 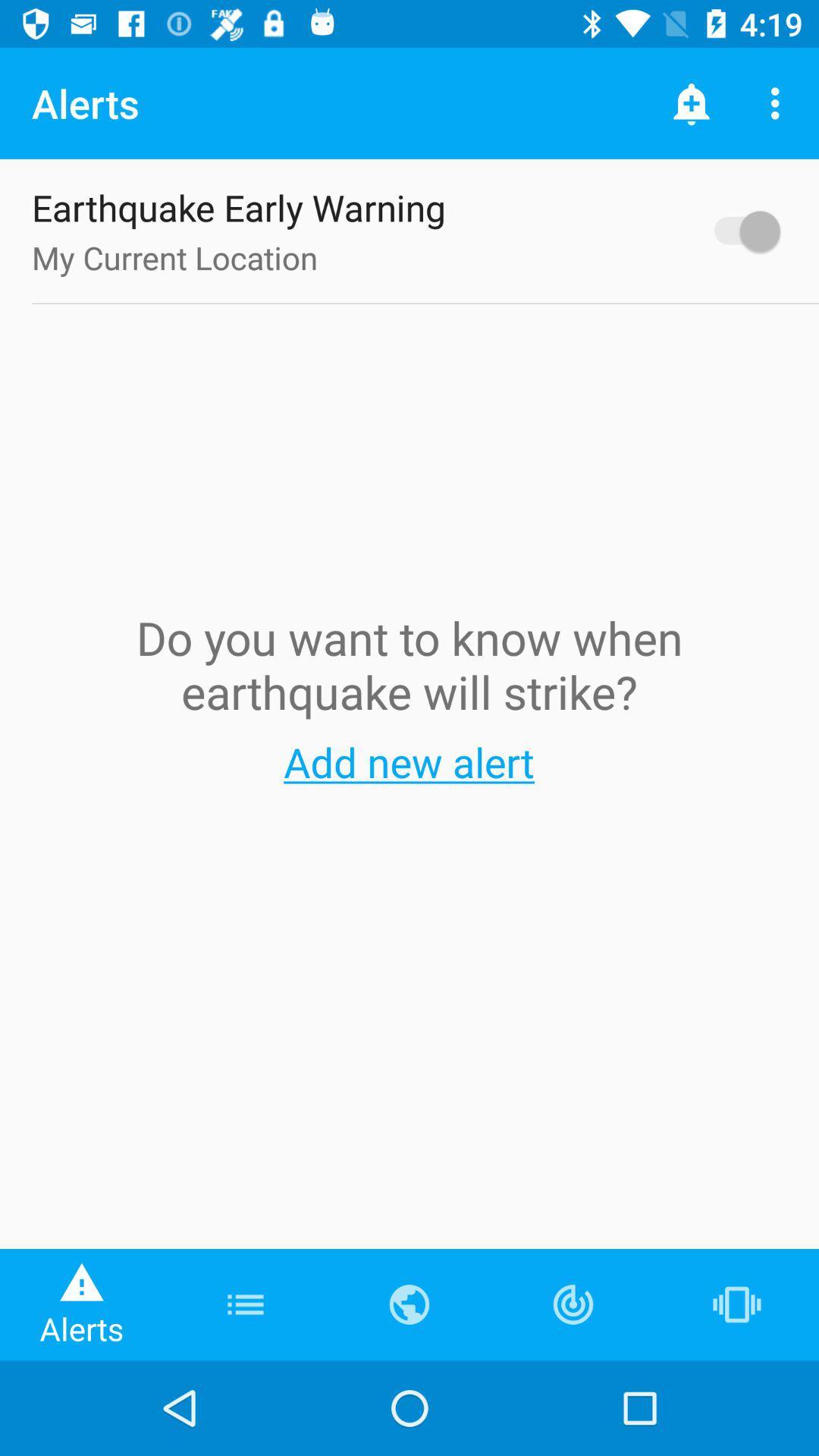 I want to click on enable warning, so click(x=739, y=230).